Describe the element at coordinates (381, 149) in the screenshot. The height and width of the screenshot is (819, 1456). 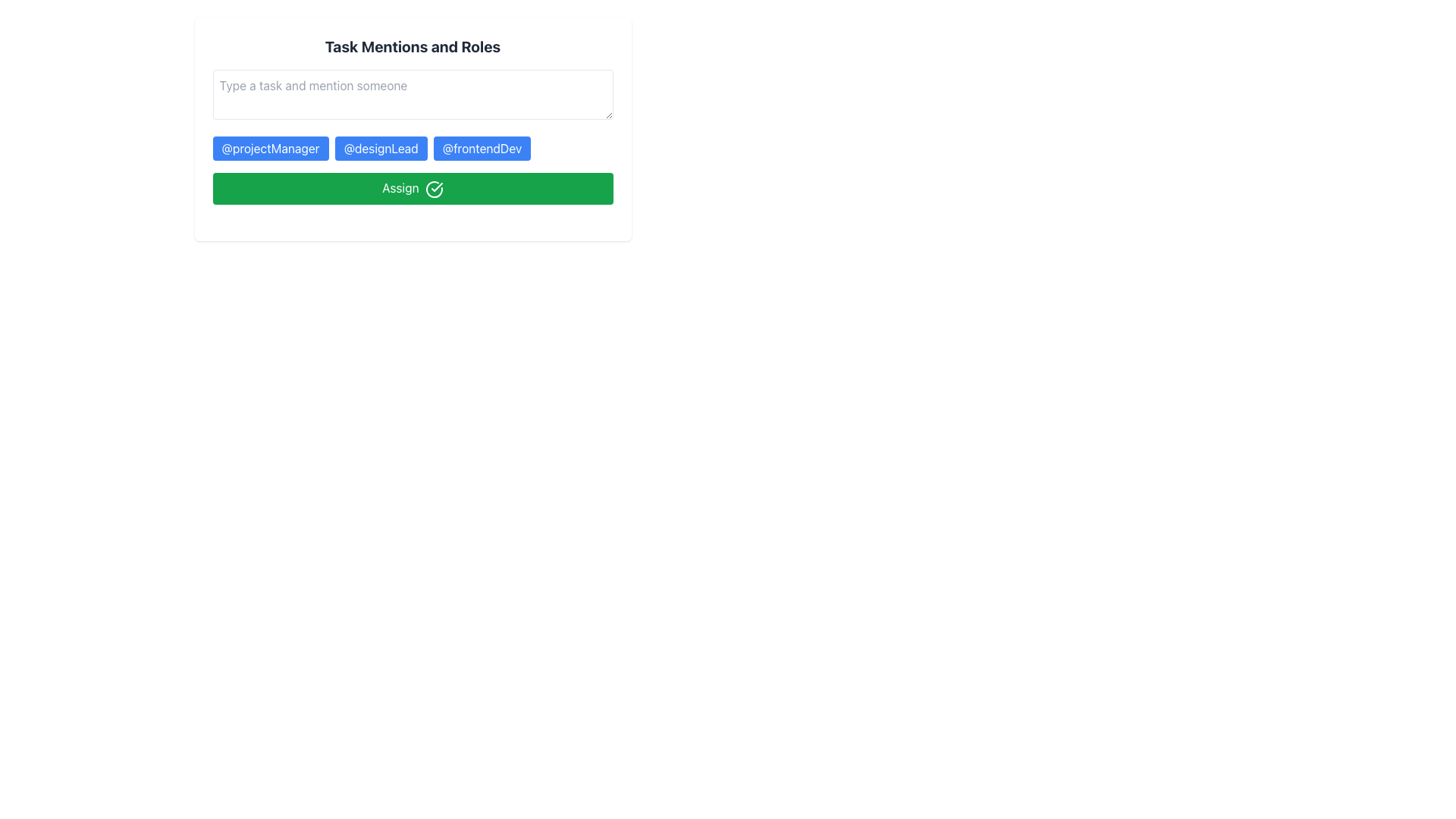
I see `the '@designLead' tag, which is a pill-shaped button with a blue background and white text` at that location.